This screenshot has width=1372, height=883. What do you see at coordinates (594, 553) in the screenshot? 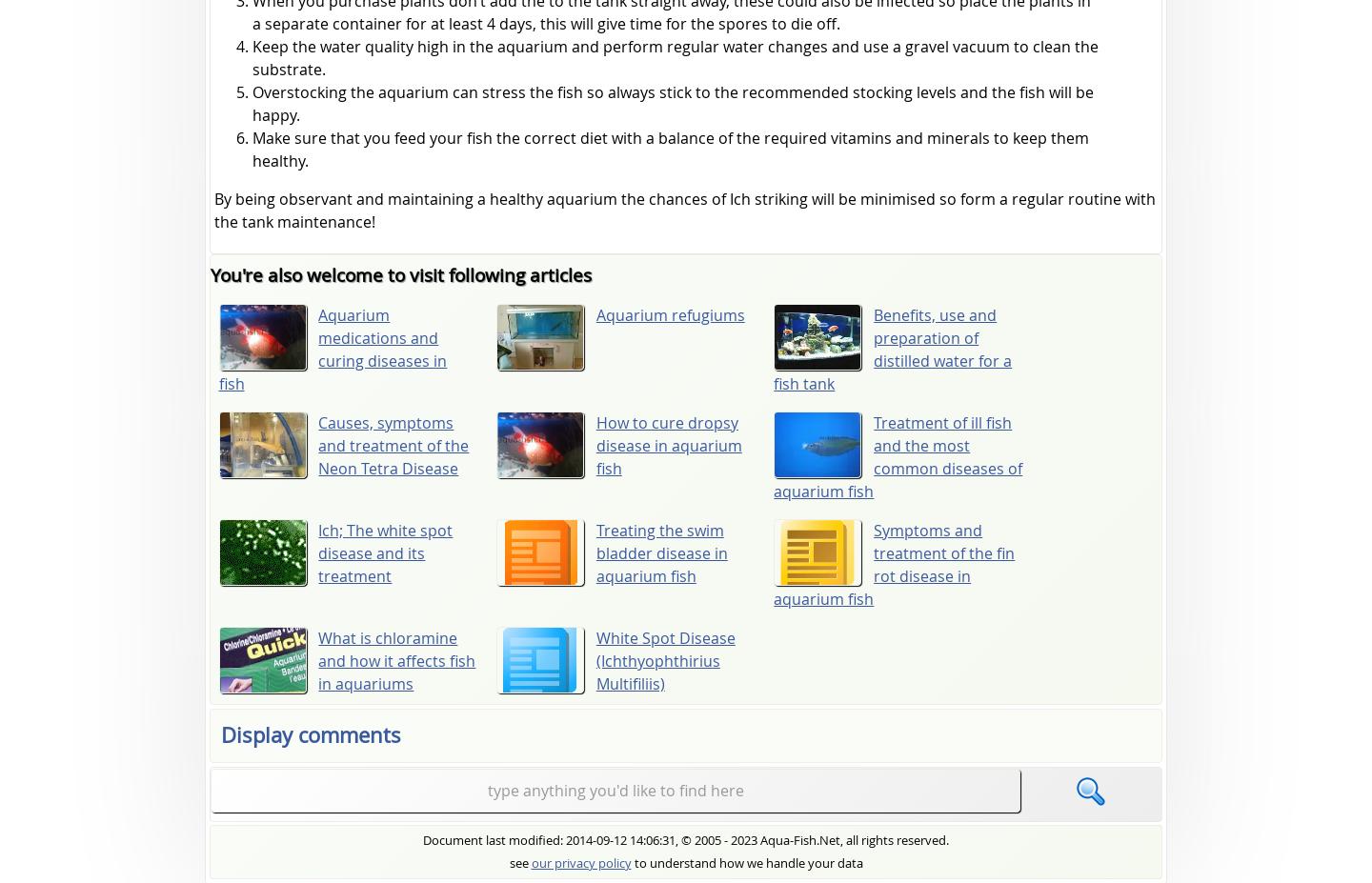
I see `'Treating the swim bladder disease in aquarium fish'` at bounding box center [594, 553].